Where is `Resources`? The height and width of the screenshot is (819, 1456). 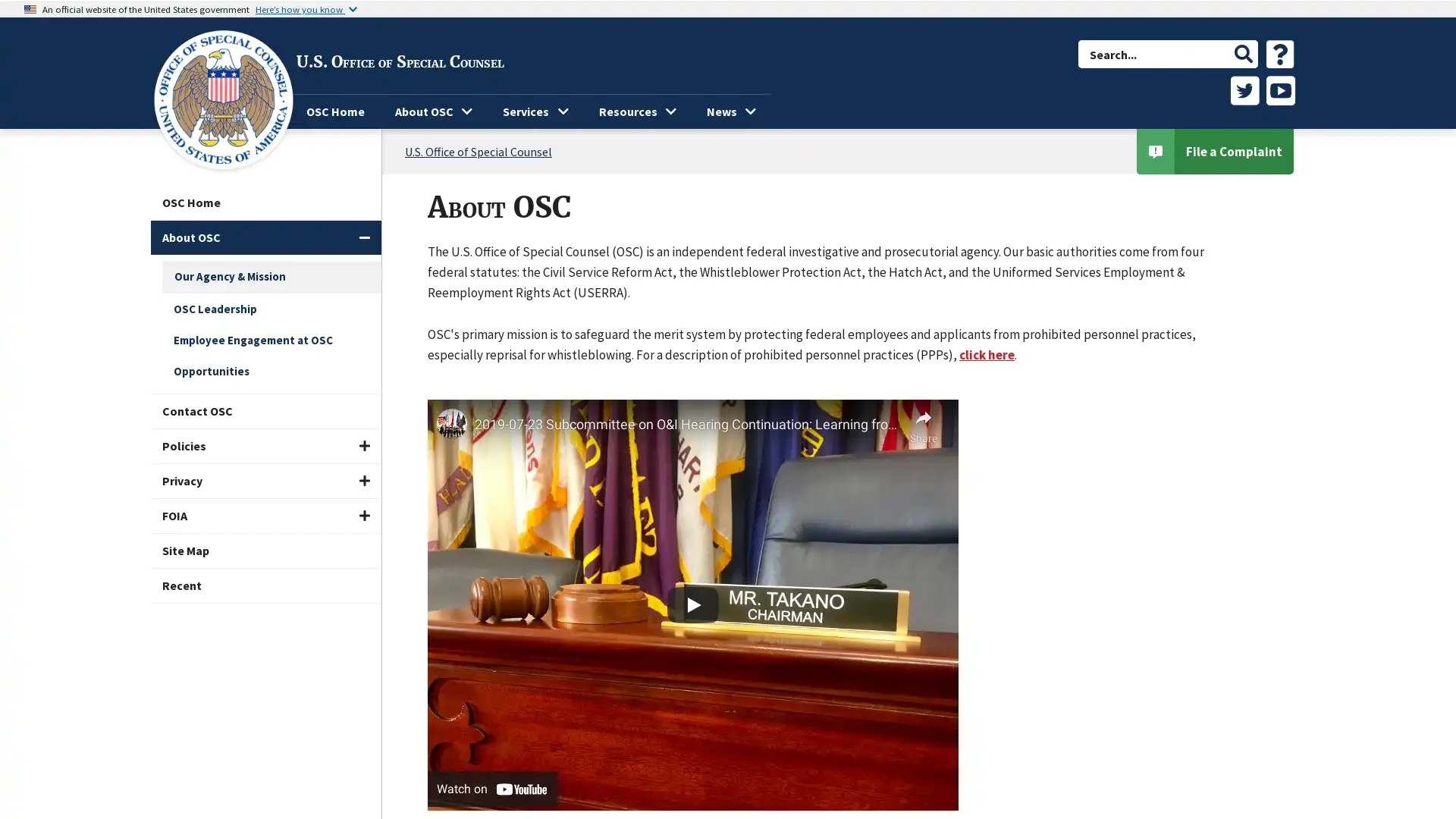 Resources is located at coordinates (637, 111).